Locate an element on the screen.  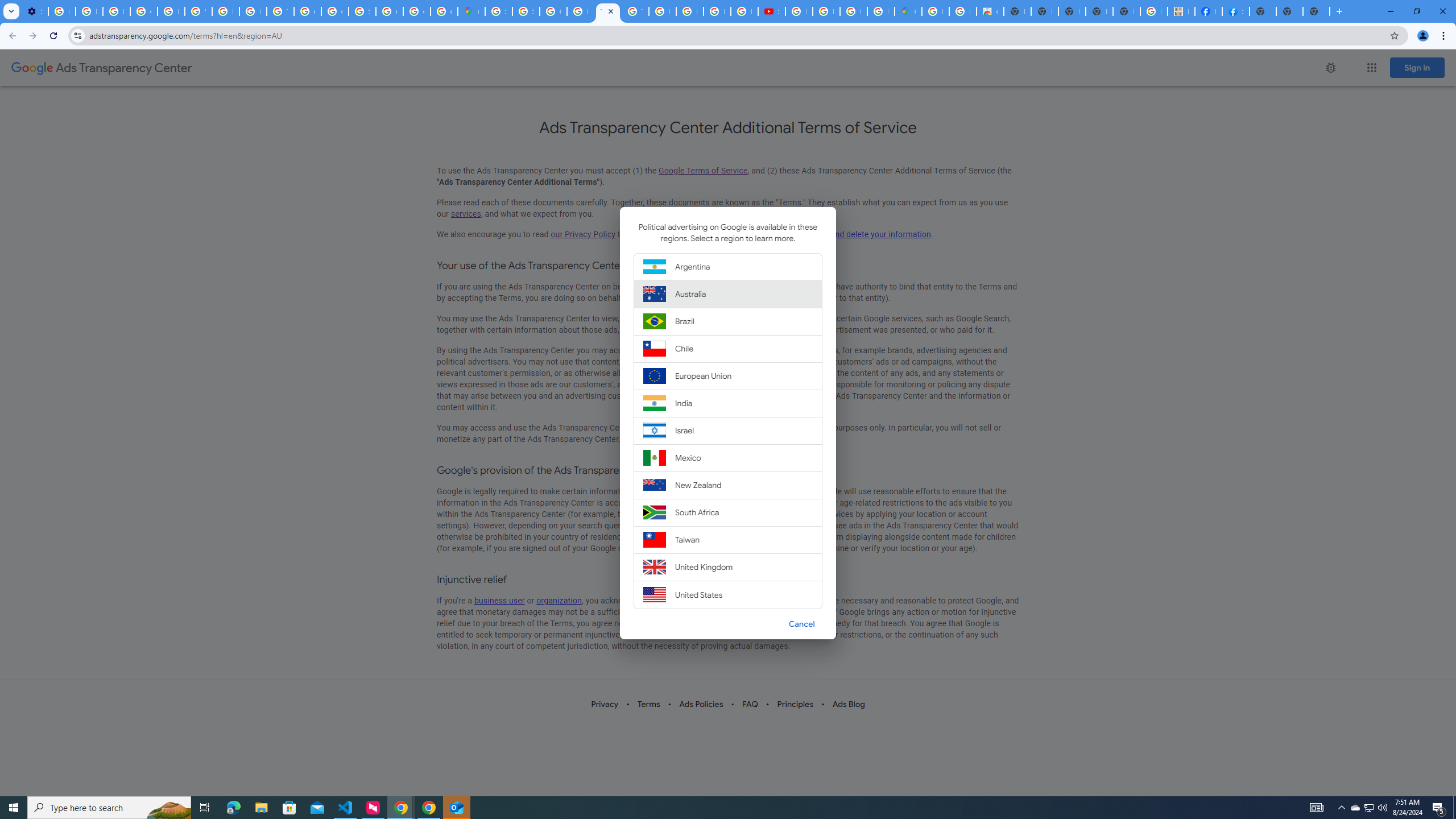
'United States' is located at coordinates (728, 594).